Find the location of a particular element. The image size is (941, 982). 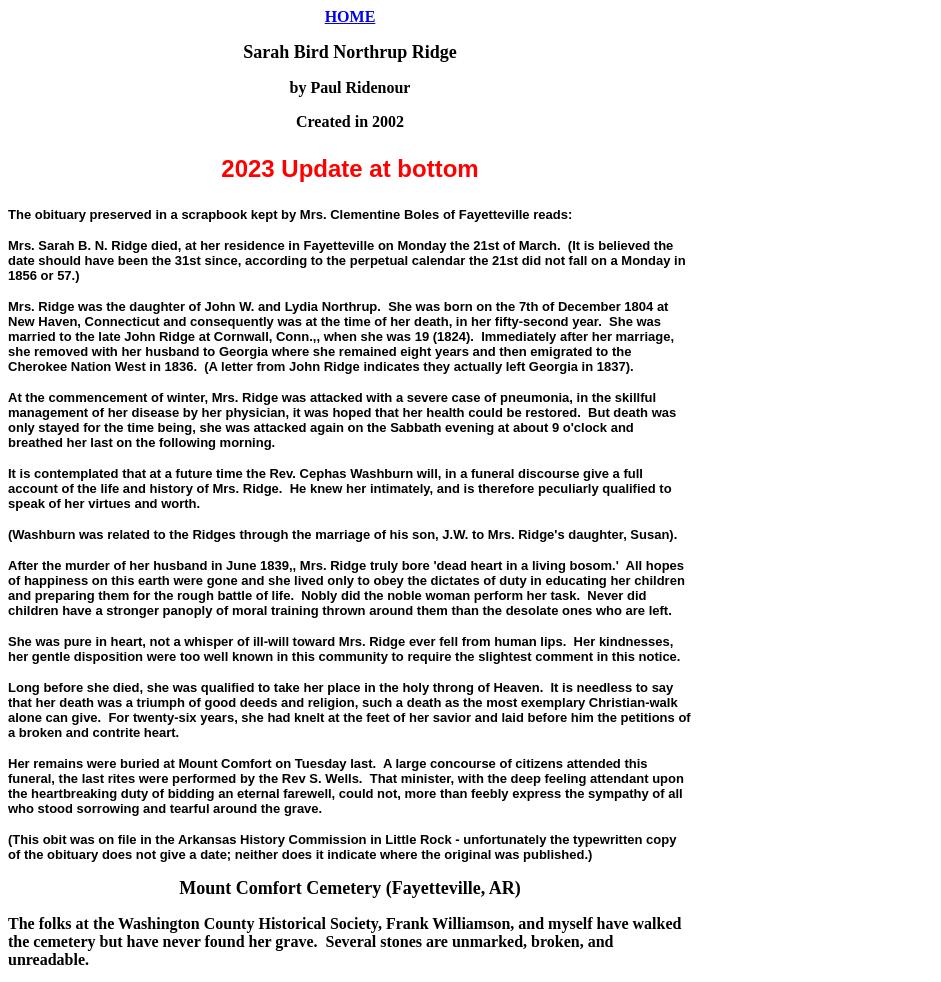

'After the

murder of her husband in June 1839,, Mrs. Ridge truly bore 'dead

heart in a living bosom.'  All hopes of happiness on this

earth were gone and she lived only to obey the dictates of duty

in educating her children and preparing them for the rough battle

of life.  Nobly did the noble woman perform her task.

 Never did children have a stronger panoply of moral

training thrown around them than the desolate ones who are left.' is located at coordinates (346, 587).